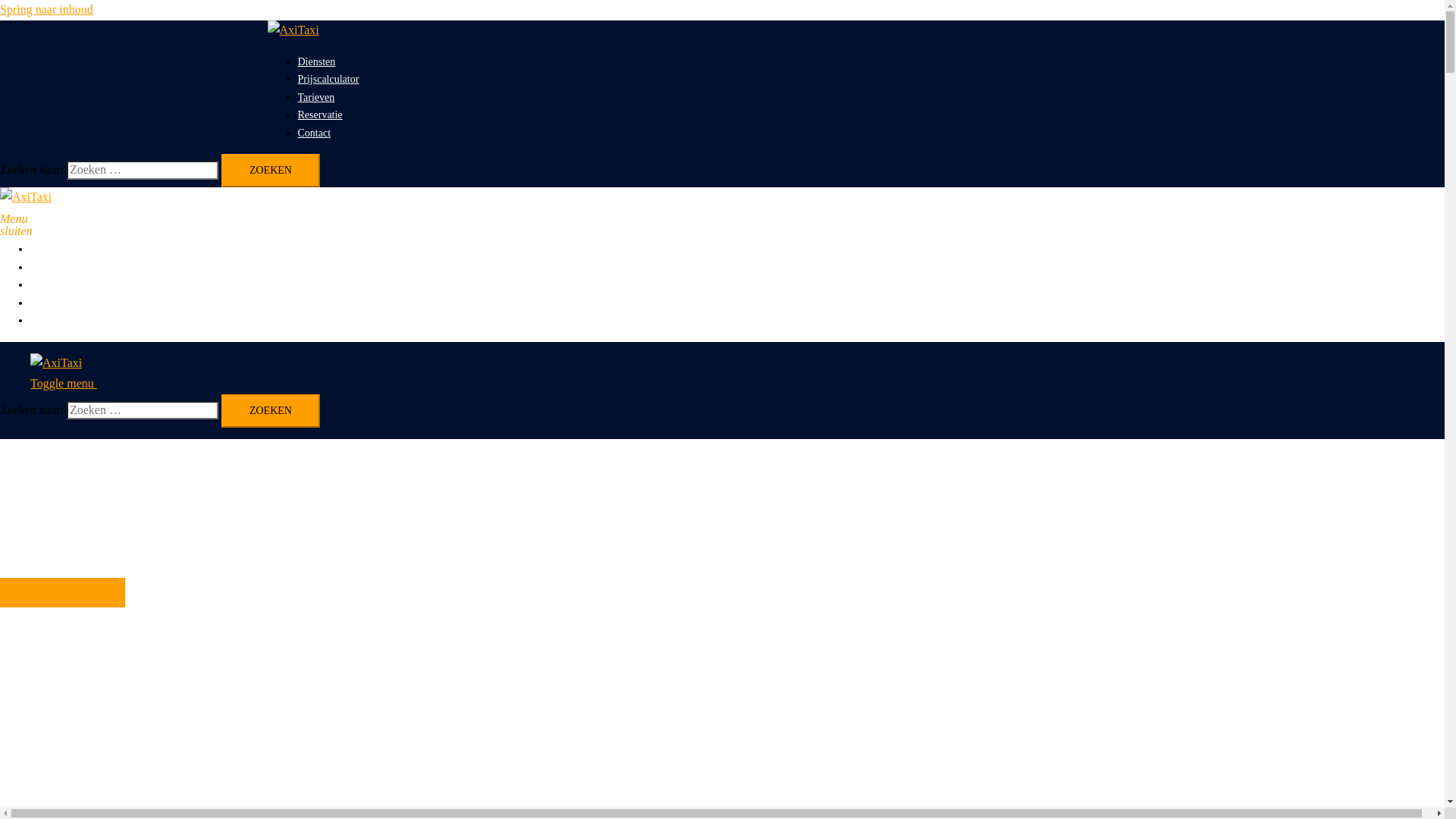 This screenshot has height=819, width=1456. I want to click on 'Zoeken', so click(270, 411).